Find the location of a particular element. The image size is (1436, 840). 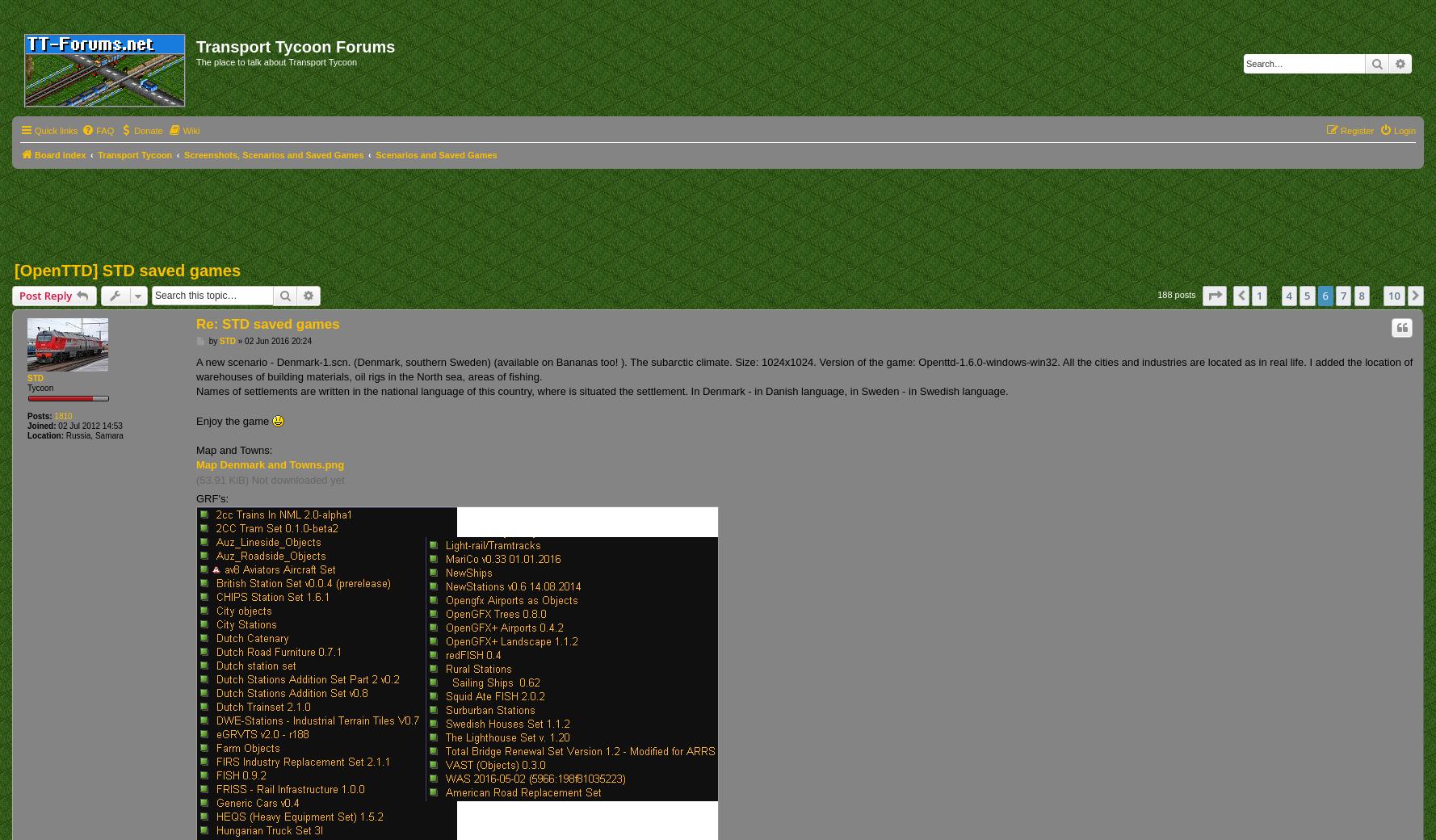

'by' is located at coordinates (208, 340).